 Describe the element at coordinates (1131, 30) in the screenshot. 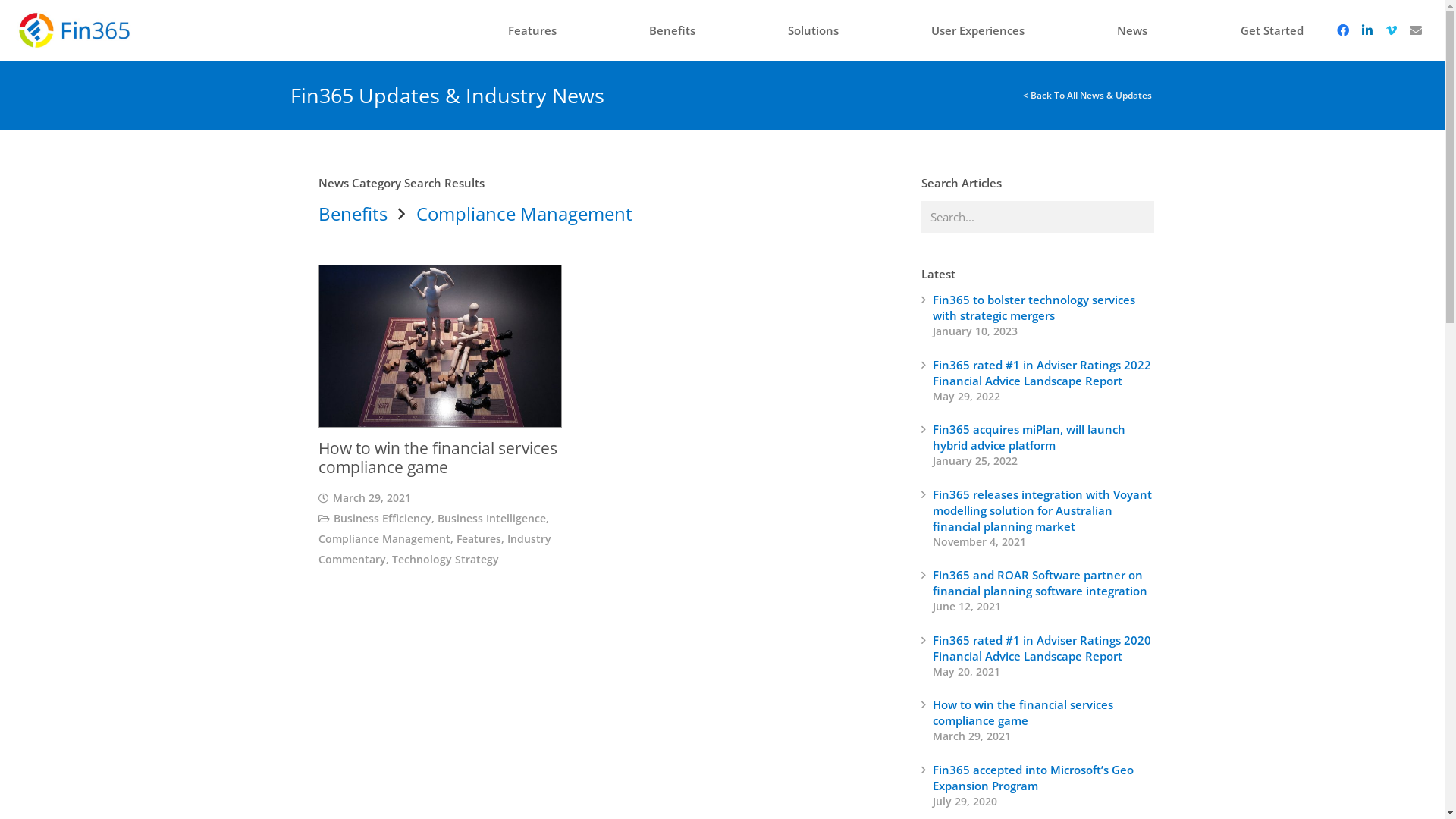

I see `'News'` at that location.